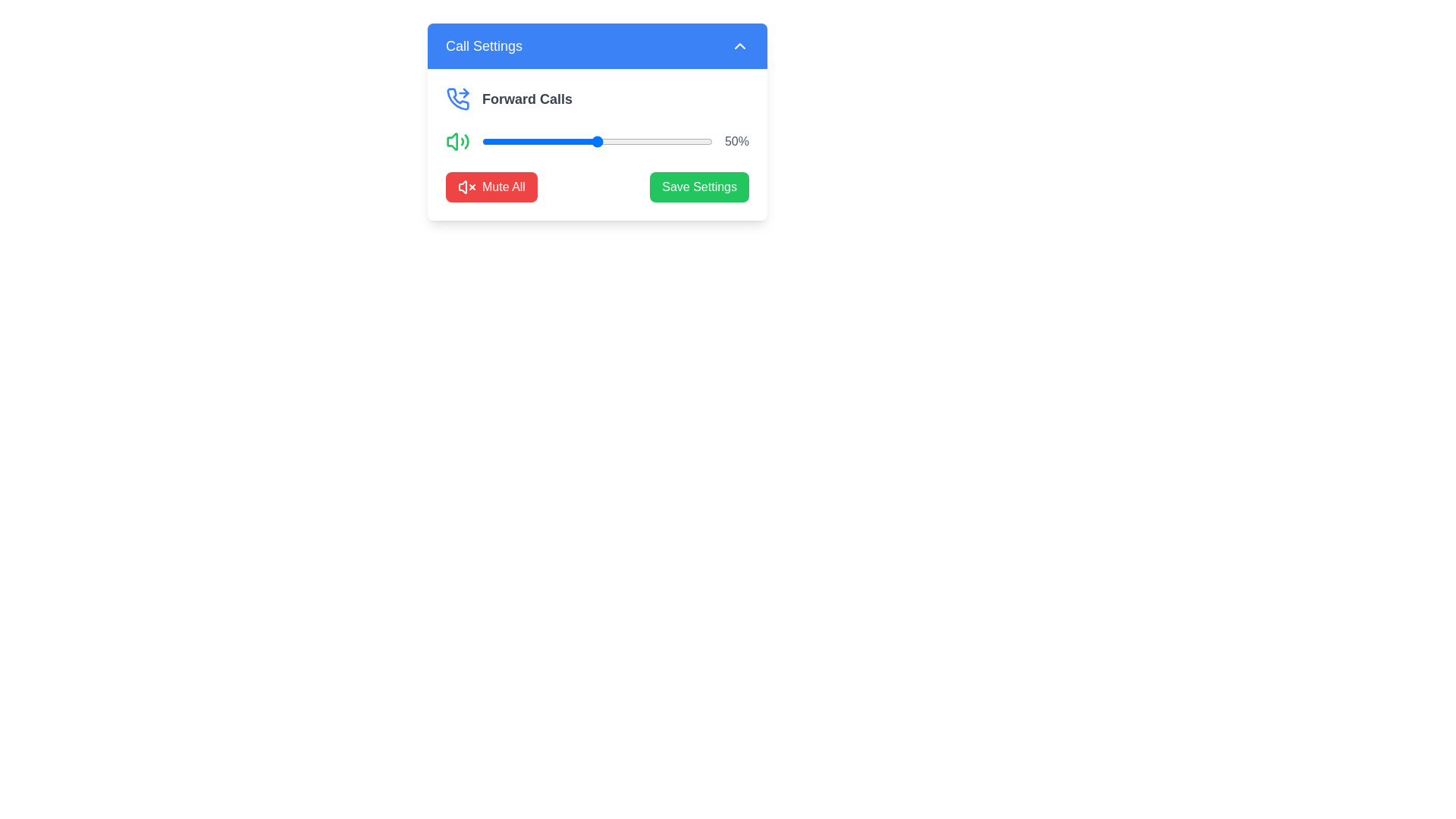 This screenshot has height=819, width=1456. What do you see at coordinates (578, 141) in the screenshot?
I see `the slider` at bounding box center [578, 141].